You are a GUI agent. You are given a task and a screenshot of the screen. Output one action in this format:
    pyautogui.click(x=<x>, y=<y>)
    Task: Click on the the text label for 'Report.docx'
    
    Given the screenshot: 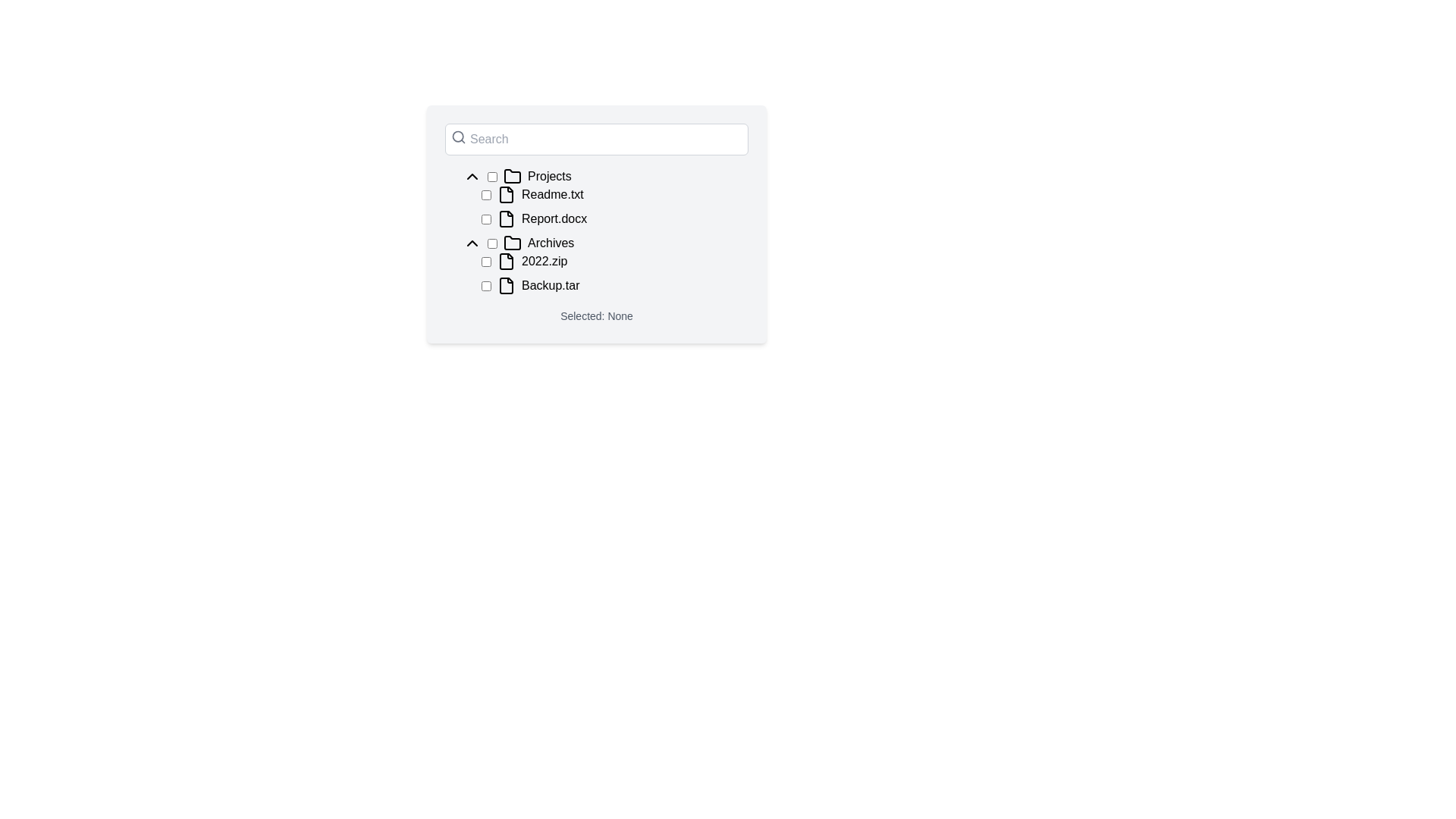 What is the action you would take?
    pyautogui.click(x=554, y=219)
    